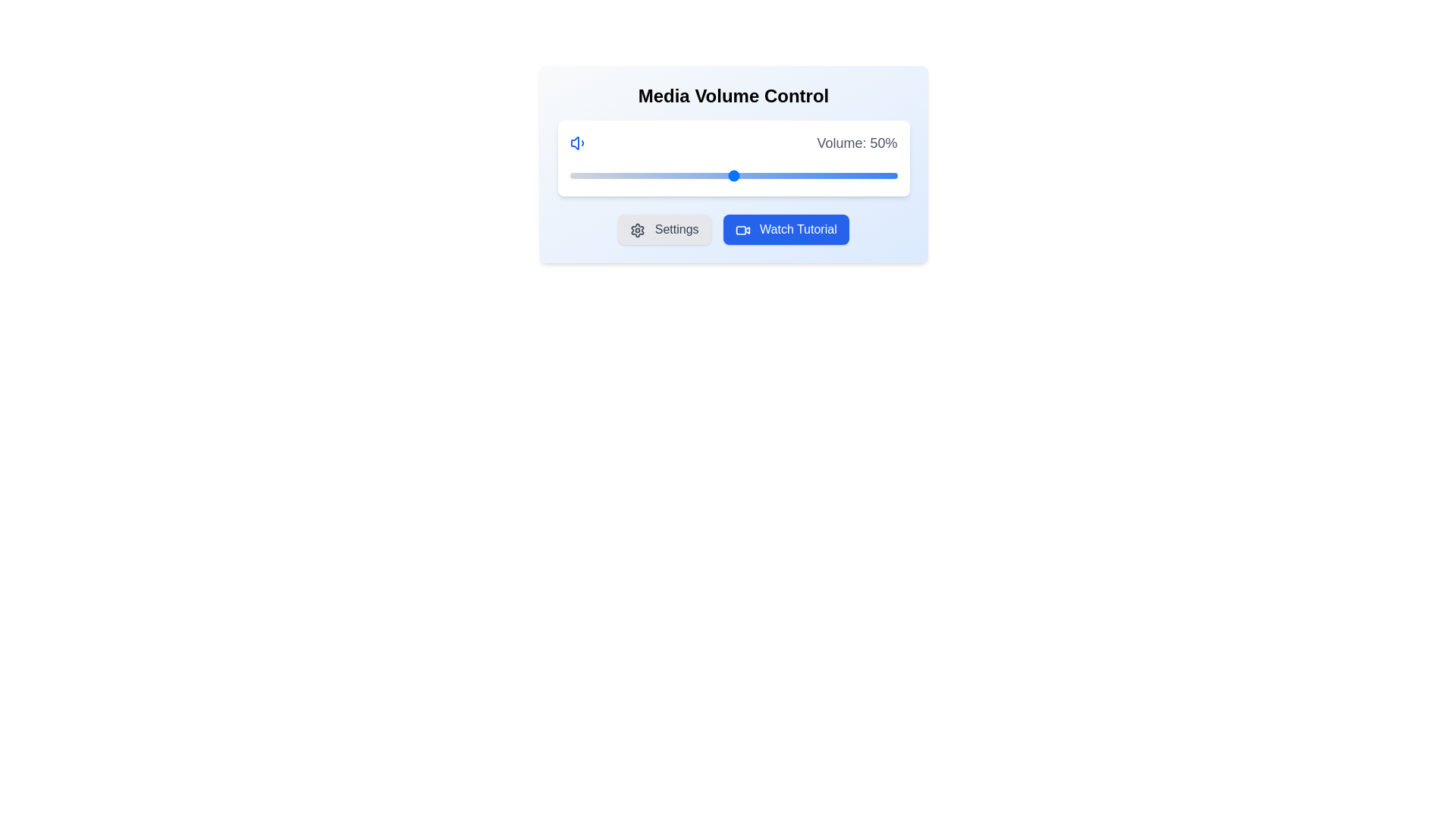  What do you see at coordinates (786, 230) in the screenshot?
I see `the 'Watch Tutorial' button` at bounding box center [786, 230].